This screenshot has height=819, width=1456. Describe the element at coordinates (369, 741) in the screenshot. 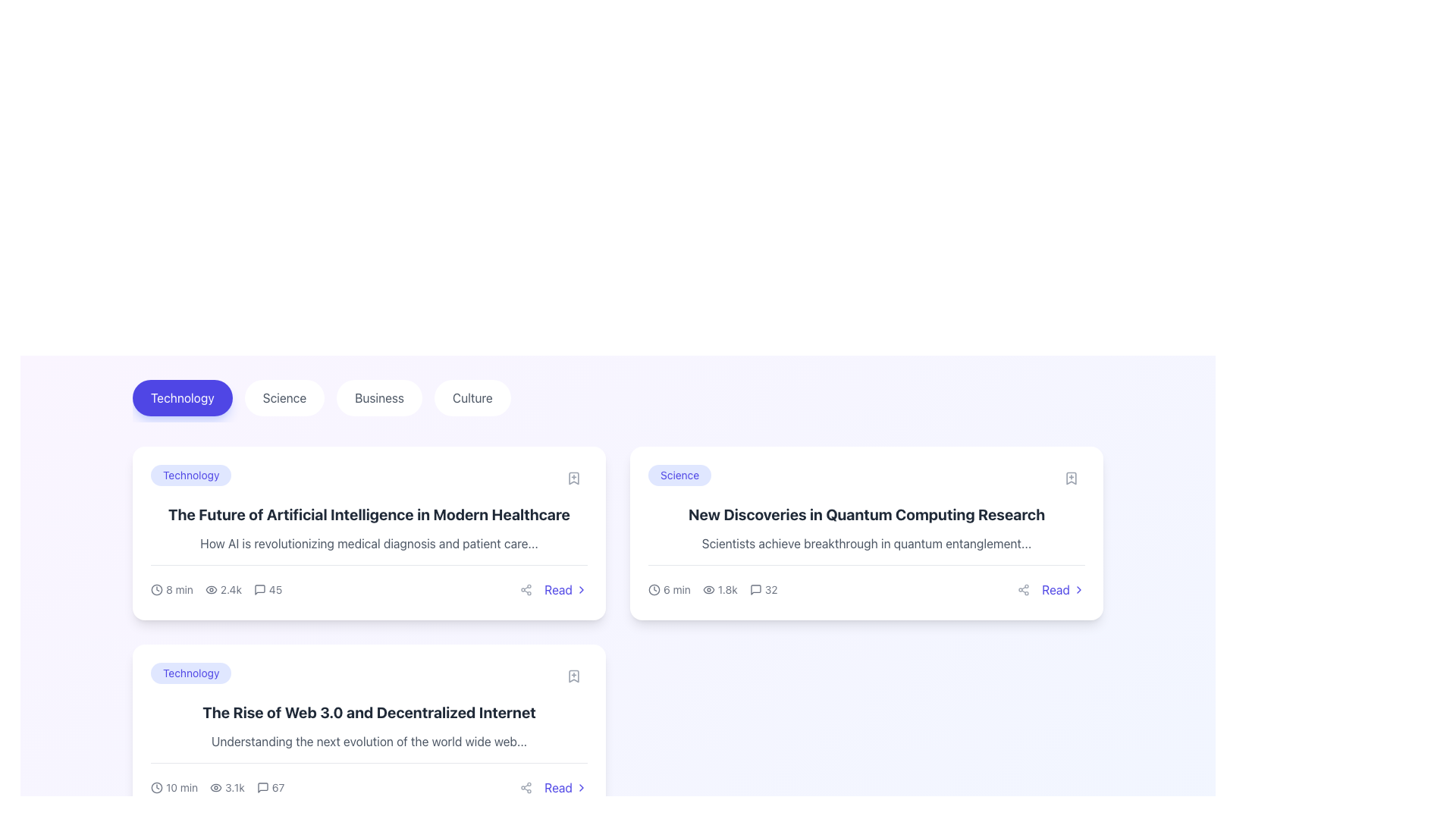

I see `the text element that reads 'Understanding the next evolution of the world wide web...', positioned below the title 'The Rise of Web 3.0 and Decentralized Internet'` at that location.